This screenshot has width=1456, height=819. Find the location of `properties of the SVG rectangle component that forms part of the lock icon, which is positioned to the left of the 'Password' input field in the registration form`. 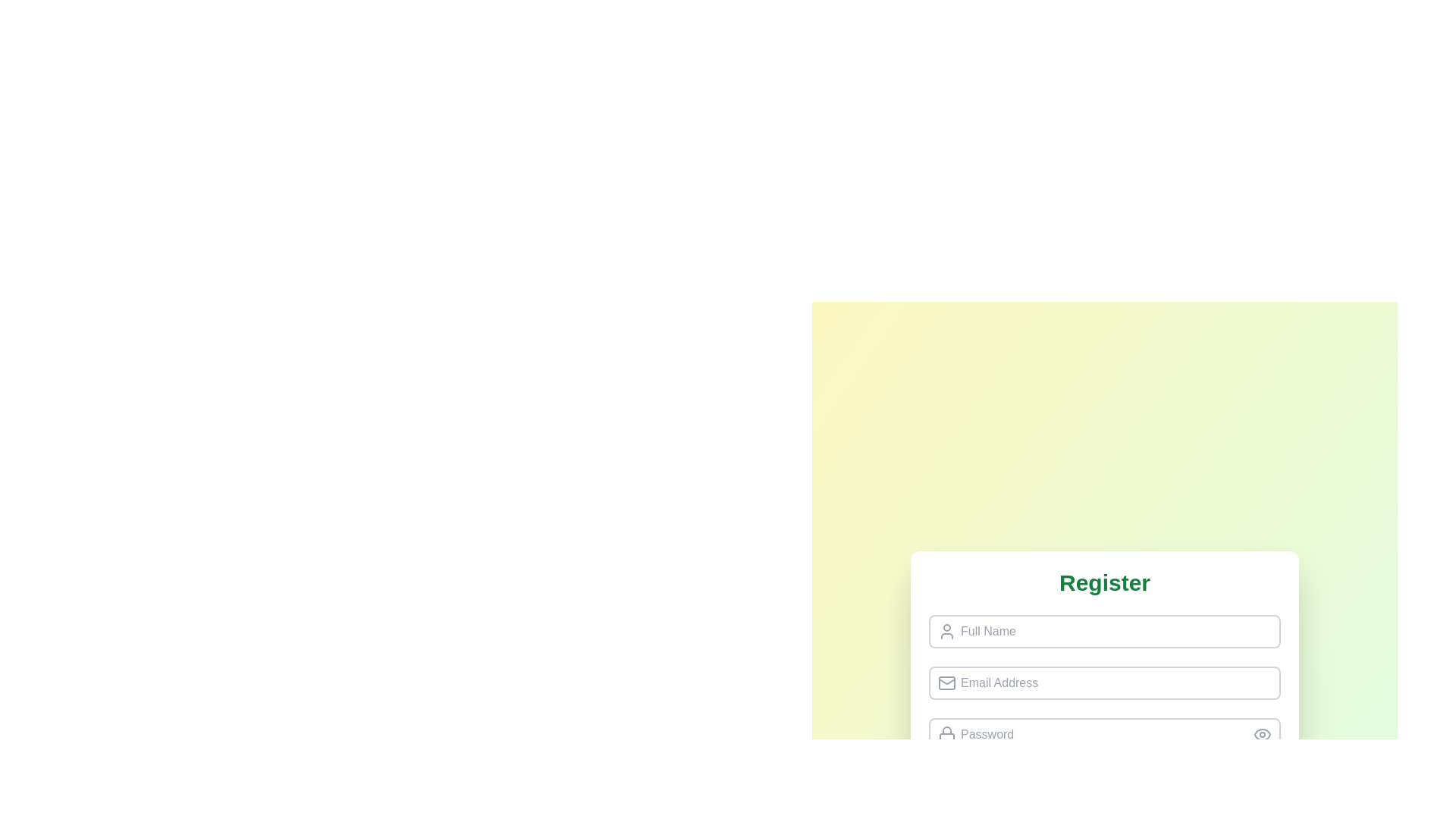

properties of the SVG rectangle component that forms part of the lock icon, which is positioned to the left of the 'Password' input field in the registration form is located at coordinates (946, 737).